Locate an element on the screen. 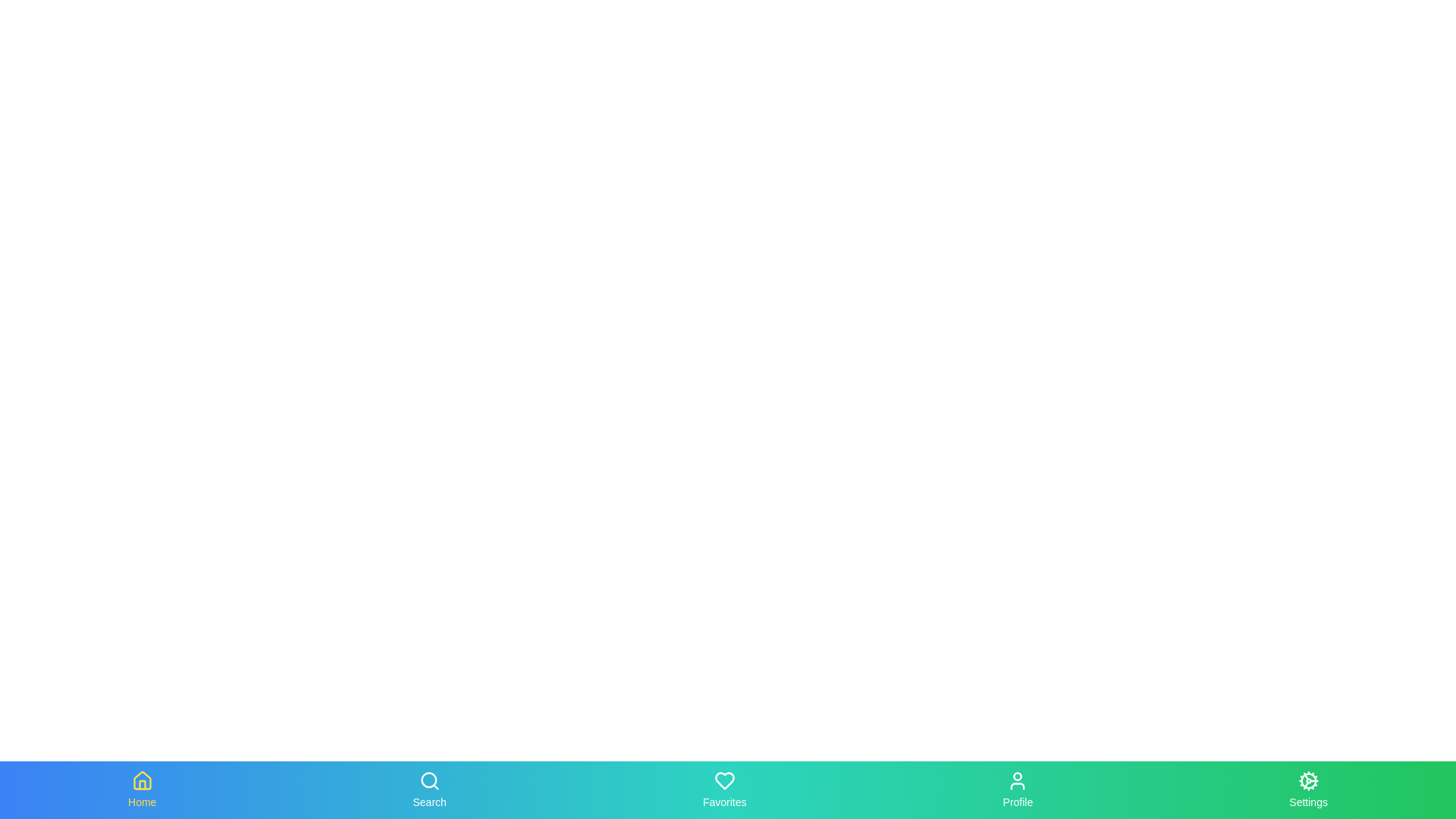 The height and width of the screenshot is (819, 1456). the currently active tab, which is highlighted in yellow is located at coordinates (142, 789).